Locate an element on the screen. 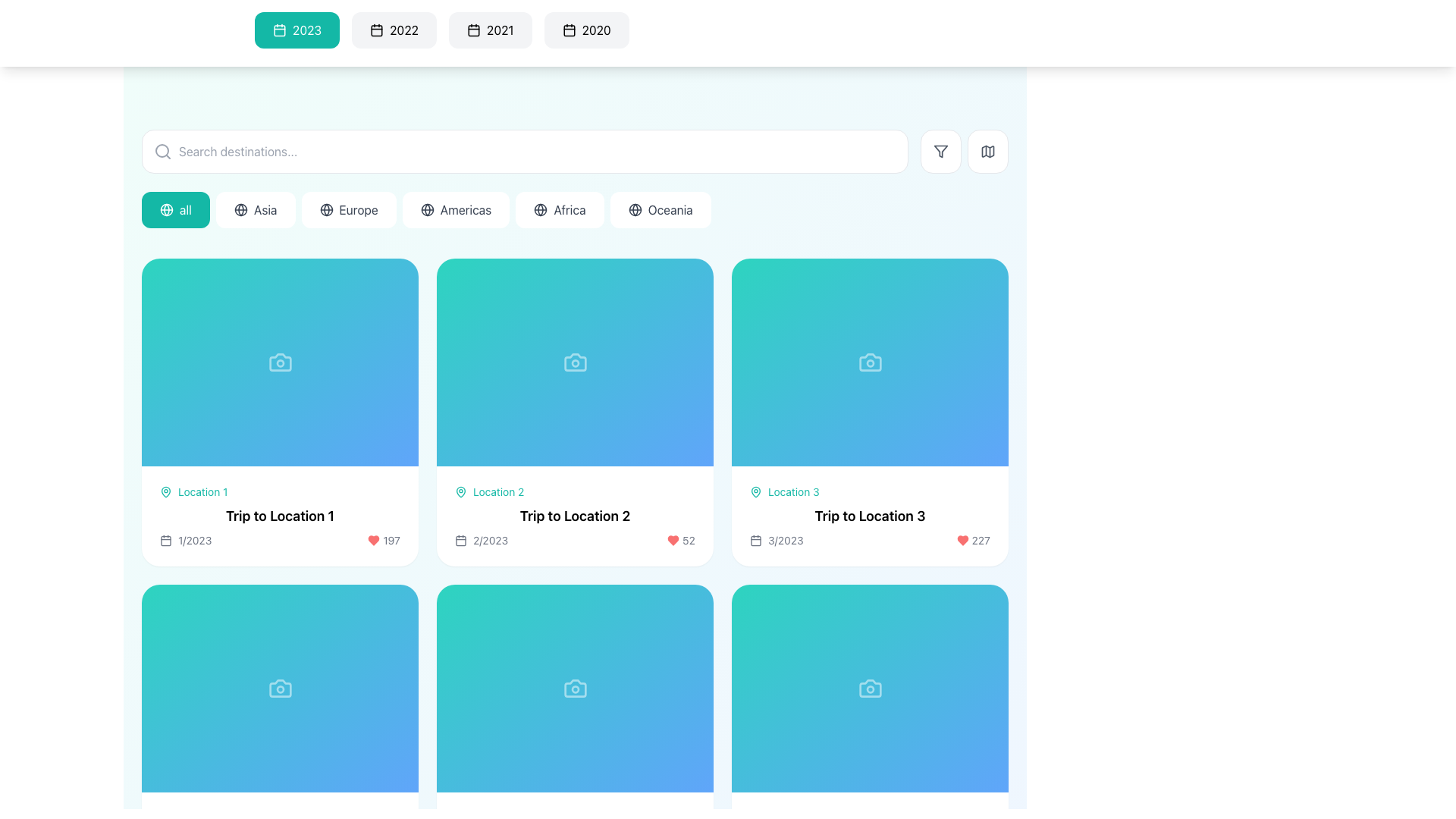  text element displaying 'Trip to Location 3', which is styled in bold and larger font, located at the center of the third card in the first row of the grid layout is located at coordinates (870, 515).